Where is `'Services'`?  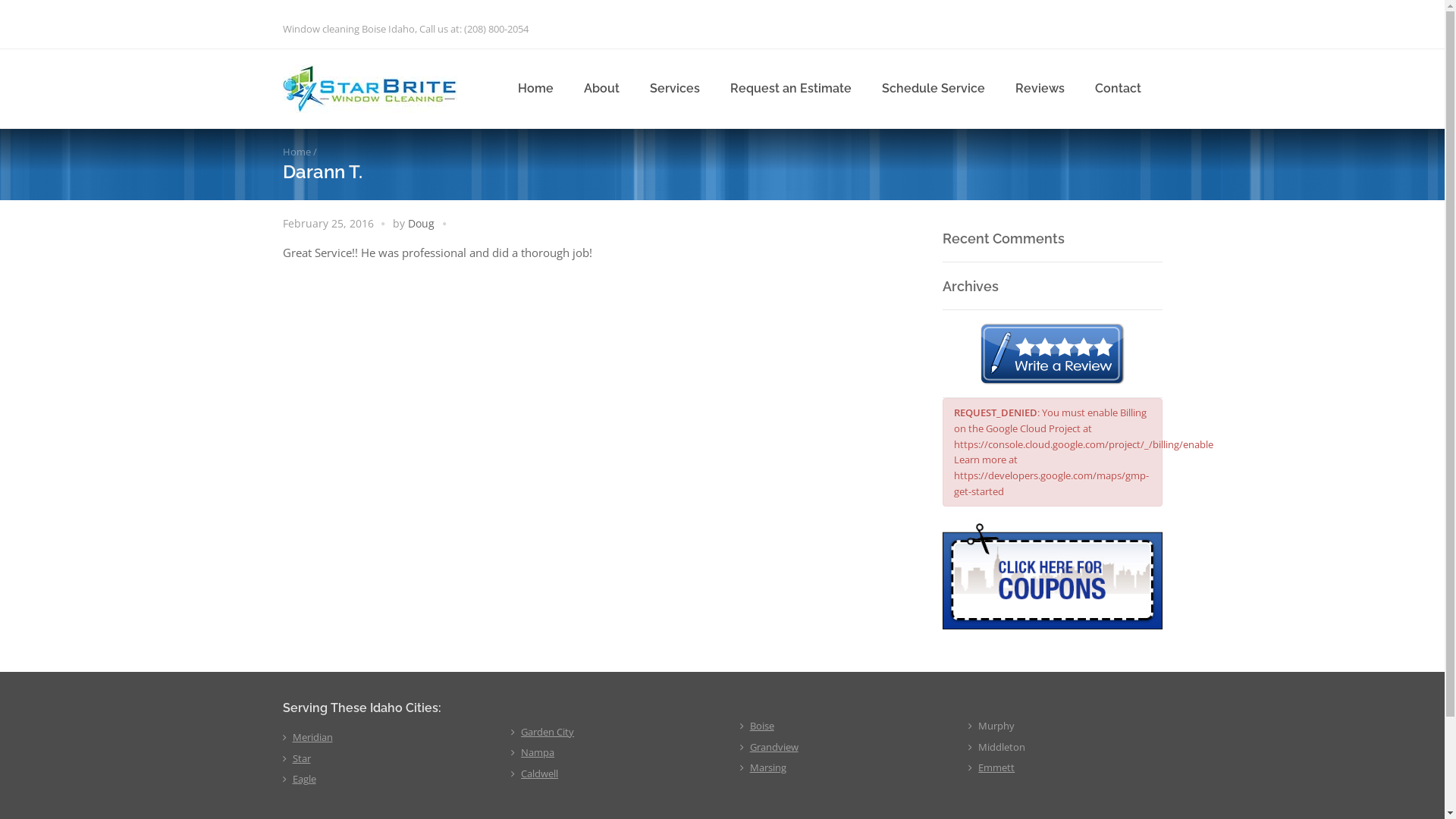
'Services' is located at coordinates (673, 88).